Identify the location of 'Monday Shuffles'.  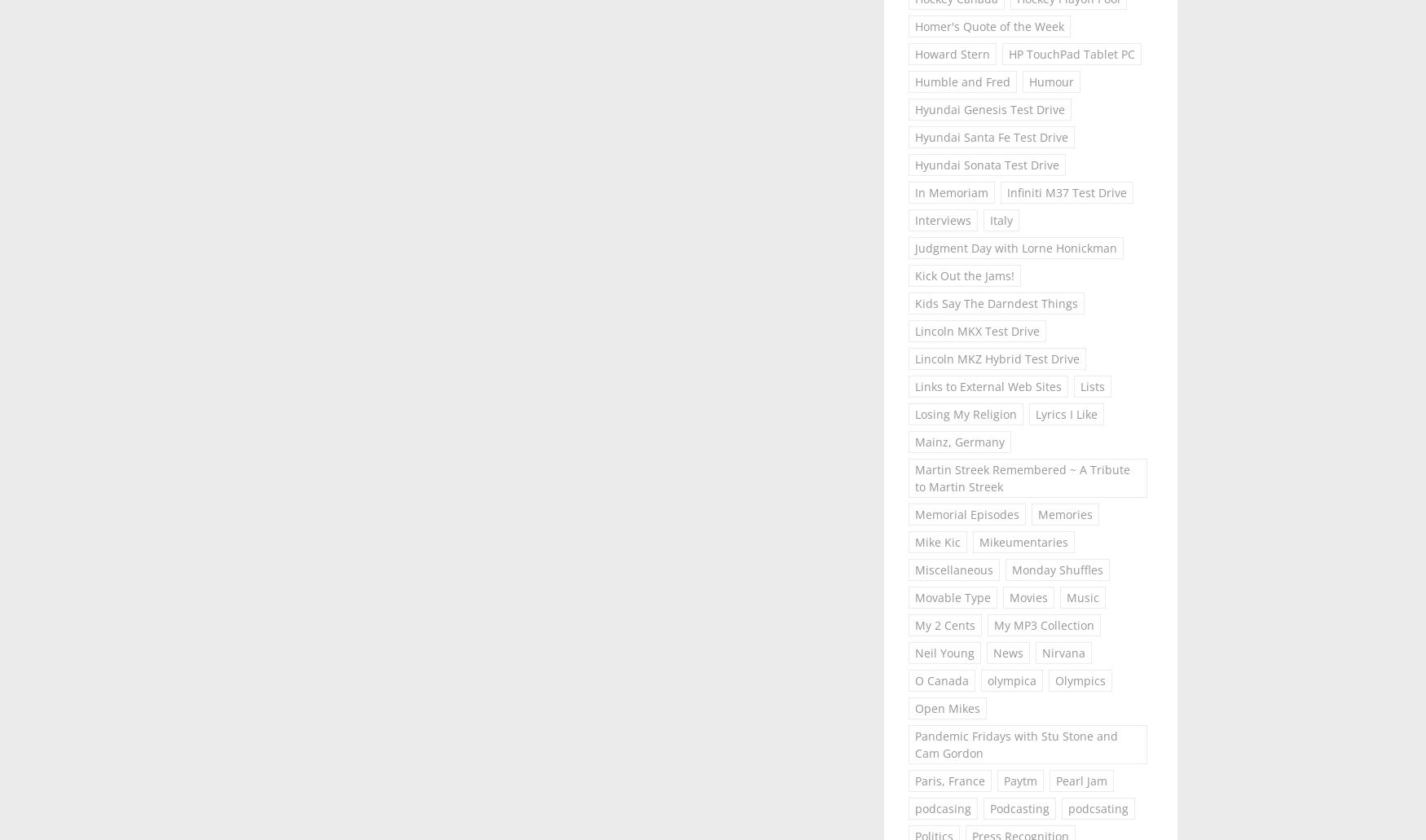
(1056, 569).